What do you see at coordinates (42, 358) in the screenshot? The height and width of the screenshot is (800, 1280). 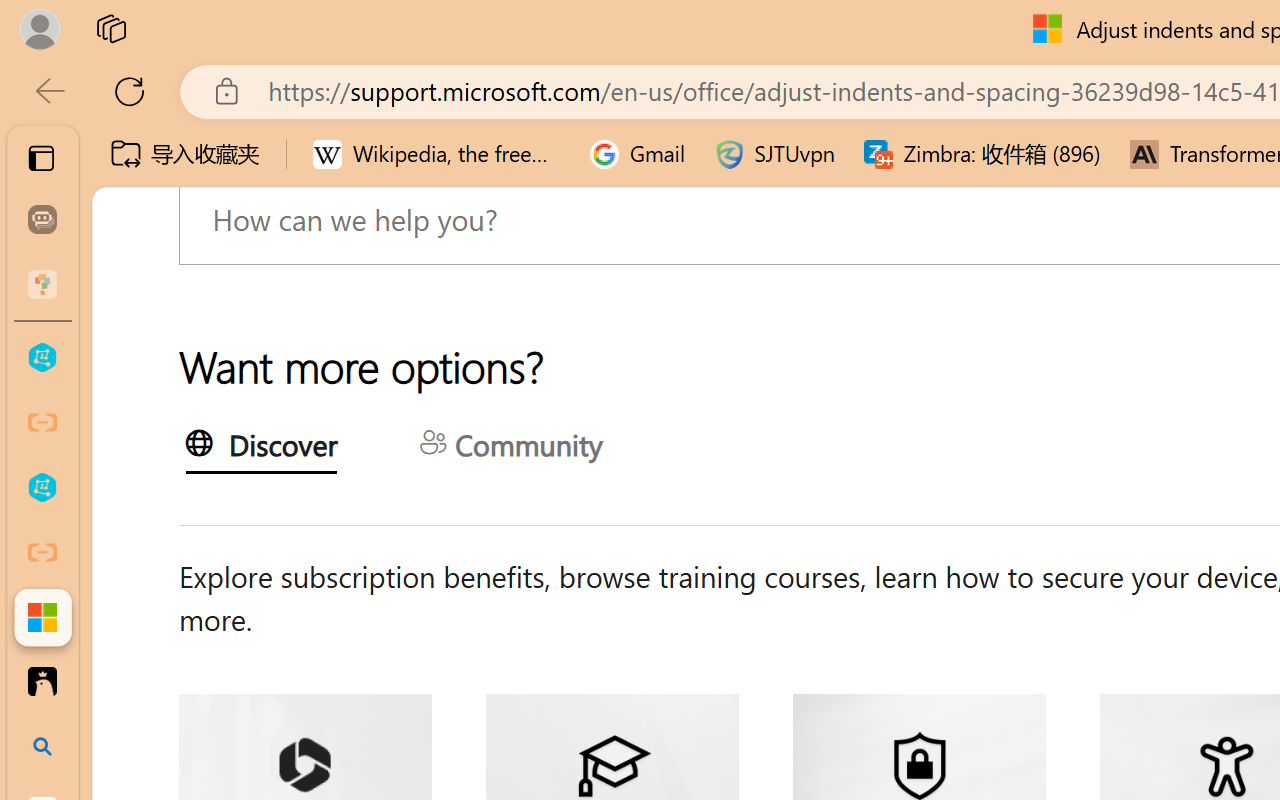 I see `'wangyian_dsw - DSW'` at bounding box center [42, 358].